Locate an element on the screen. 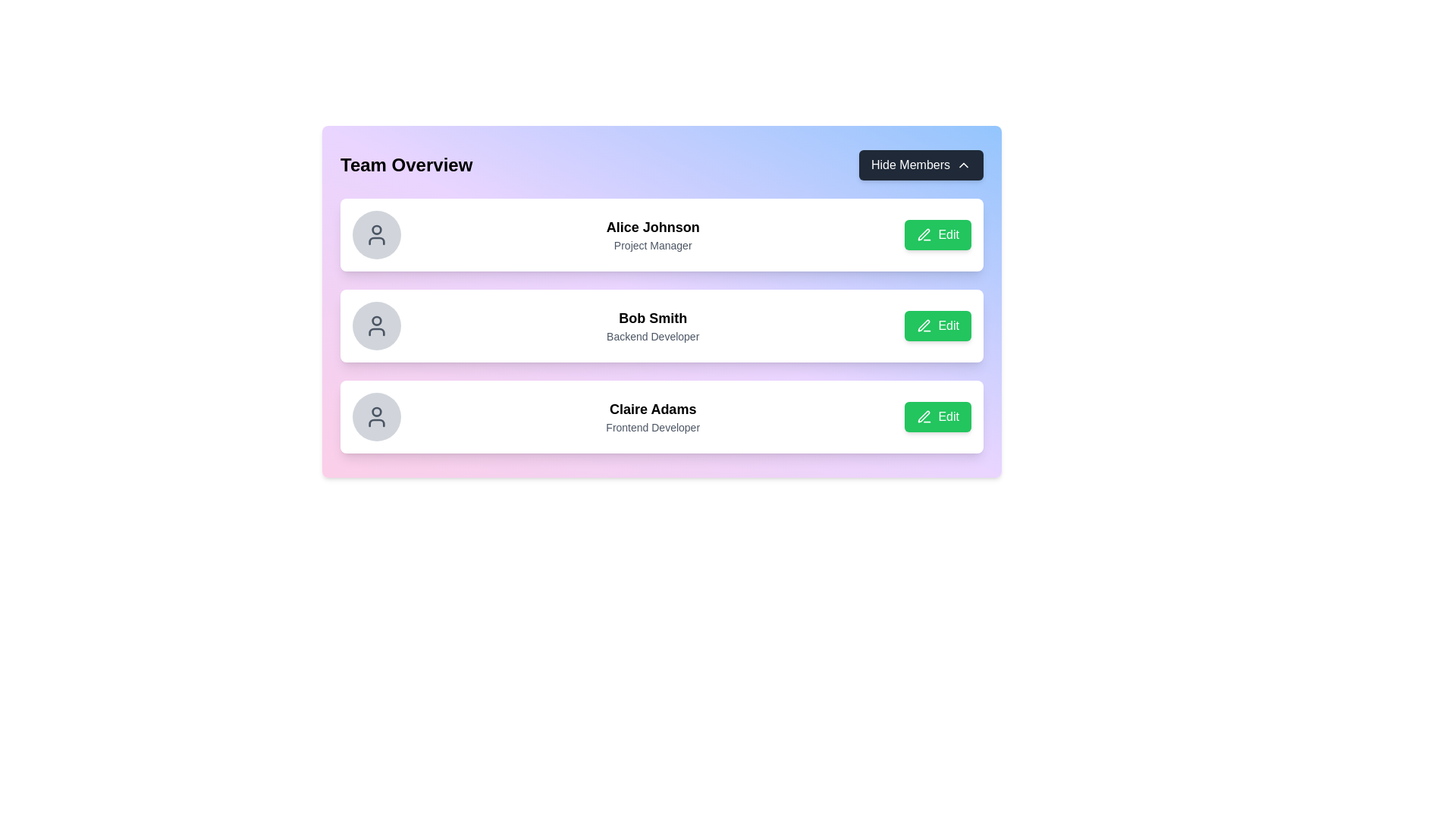 The height and width of the screenshot is (819, 1456). text content displaying 'Claire Adams' and 'Frontend Developer' located in the central area of the third card in the team overview section is located at coordinates (653, 417).